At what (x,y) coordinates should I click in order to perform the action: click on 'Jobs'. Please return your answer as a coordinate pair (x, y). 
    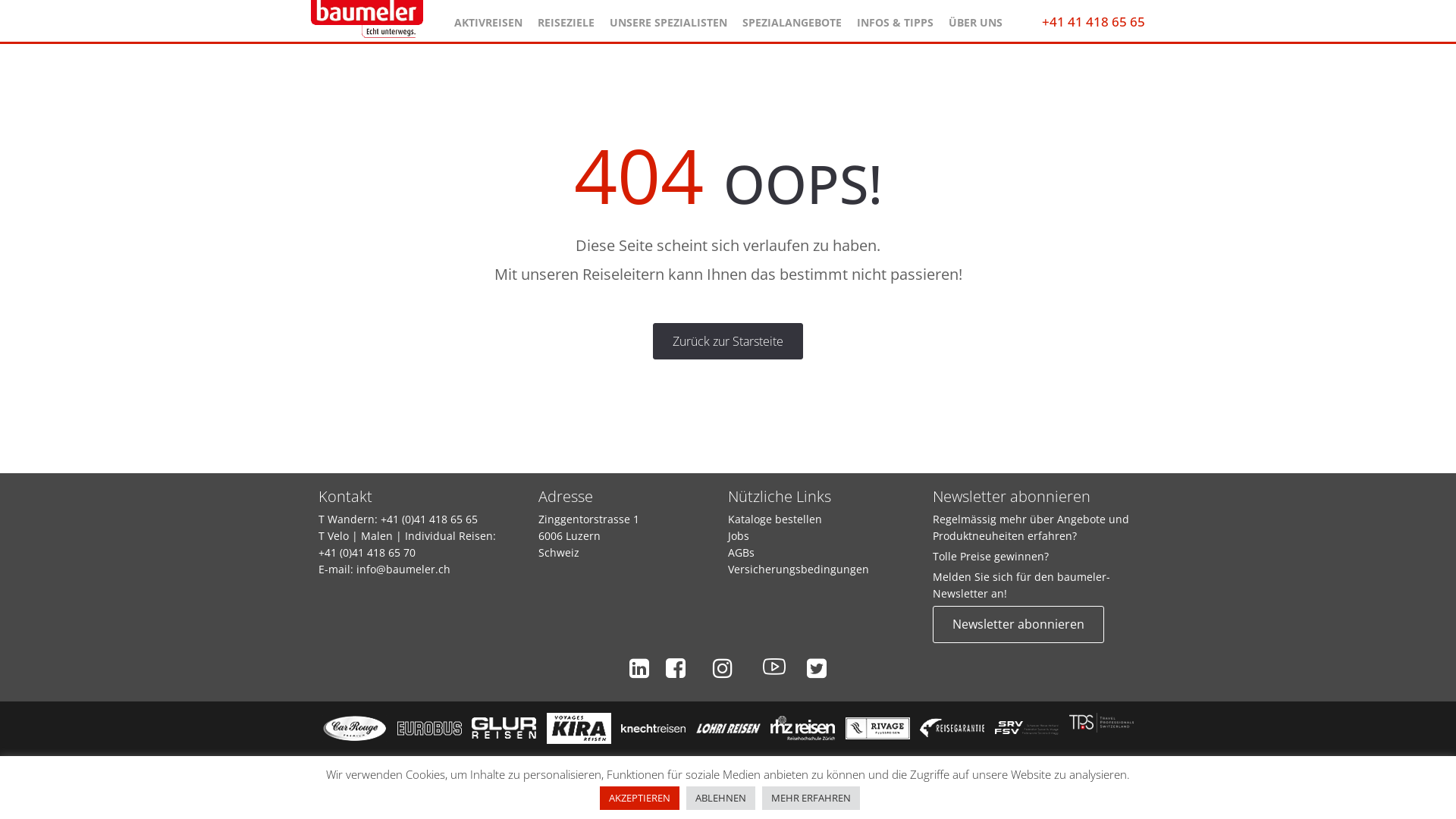
    Looking at the image, I should click on (728, 535).